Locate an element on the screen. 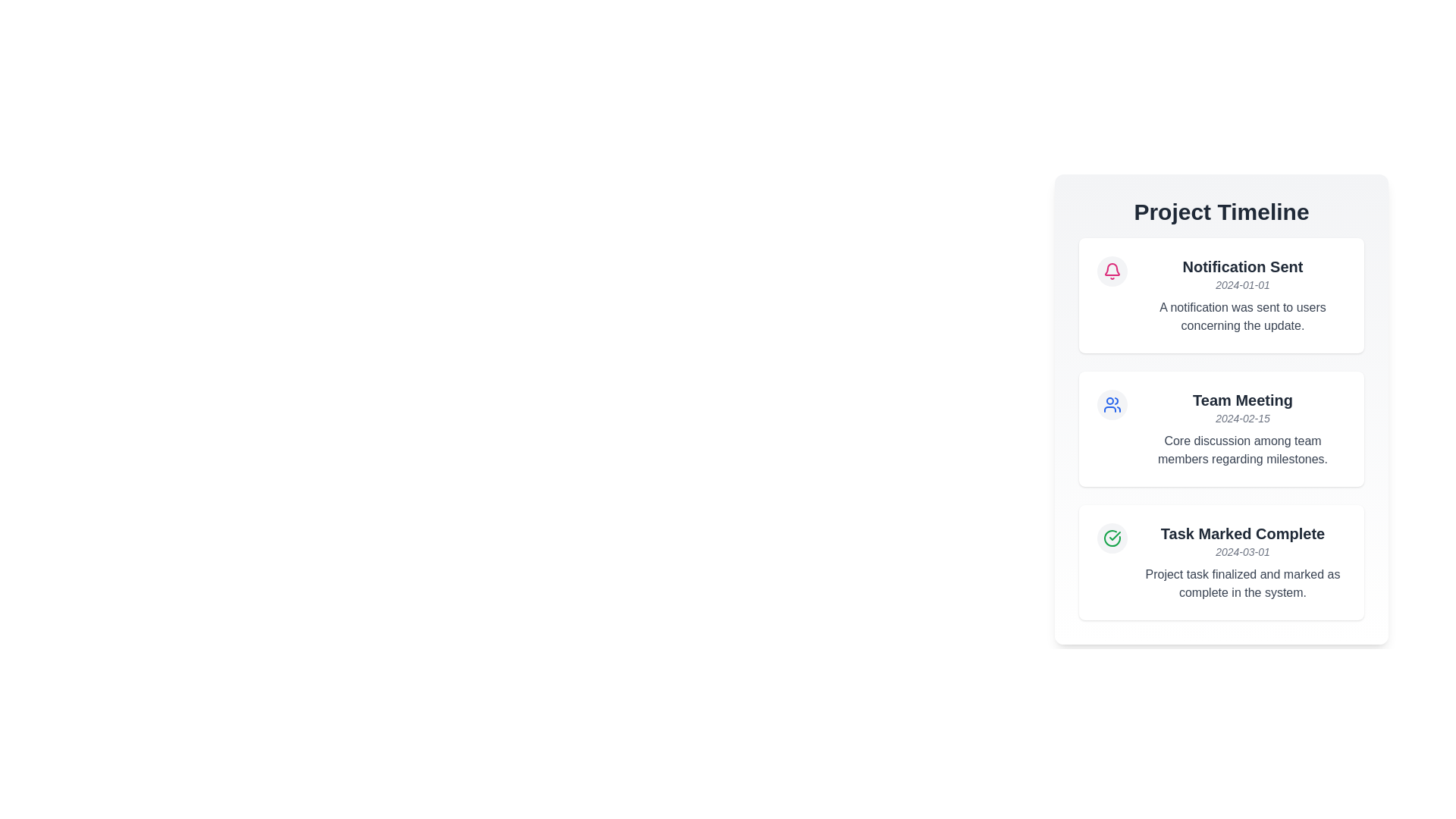 This screenshot has height=819, width=1456. the green checkmark icon that represents 'Task Marked Complete' in the timeline interface, which is positioned to the left of the section title is located at coordinates (1115, 535).